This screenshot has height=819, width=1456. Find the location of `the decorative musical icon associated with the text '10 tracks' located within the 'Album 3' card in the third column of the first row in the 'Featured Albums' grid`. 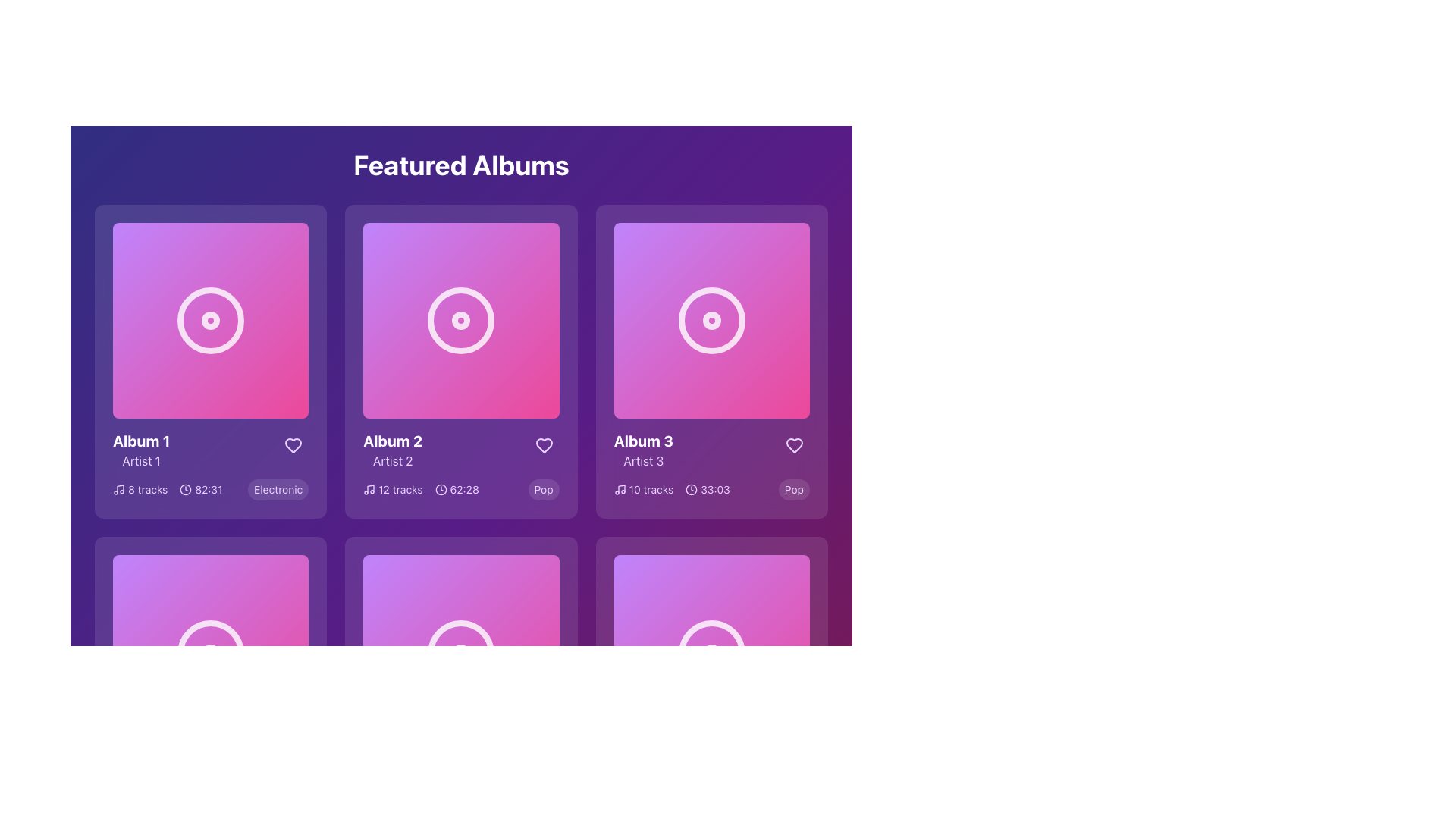

the decorative musical icon associated with the text '10 tracks' located within the 'Album 3' card in the third column of the first row in the 'Featured Albums' grid is located at coordinates (620, 490).